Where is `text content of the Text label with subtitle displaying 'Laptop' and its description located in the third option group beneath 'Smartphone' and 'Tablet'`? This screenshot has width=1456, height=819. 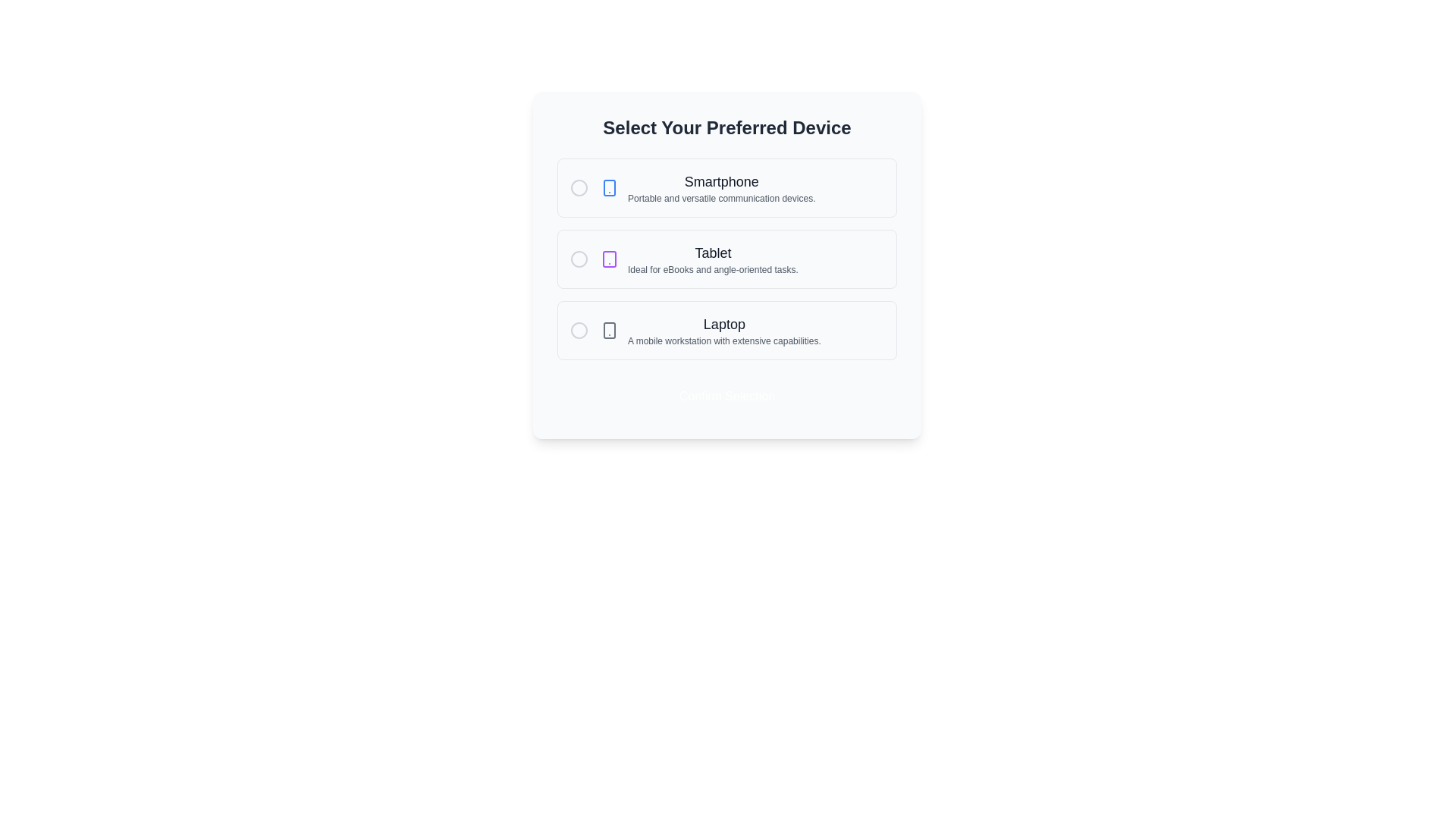
text content of the Text label with subtitle displaying 'Laptop' and its description located in the third option group beneath 'Smartphone' and 'Tablet' is located at coordinates (723, 329).